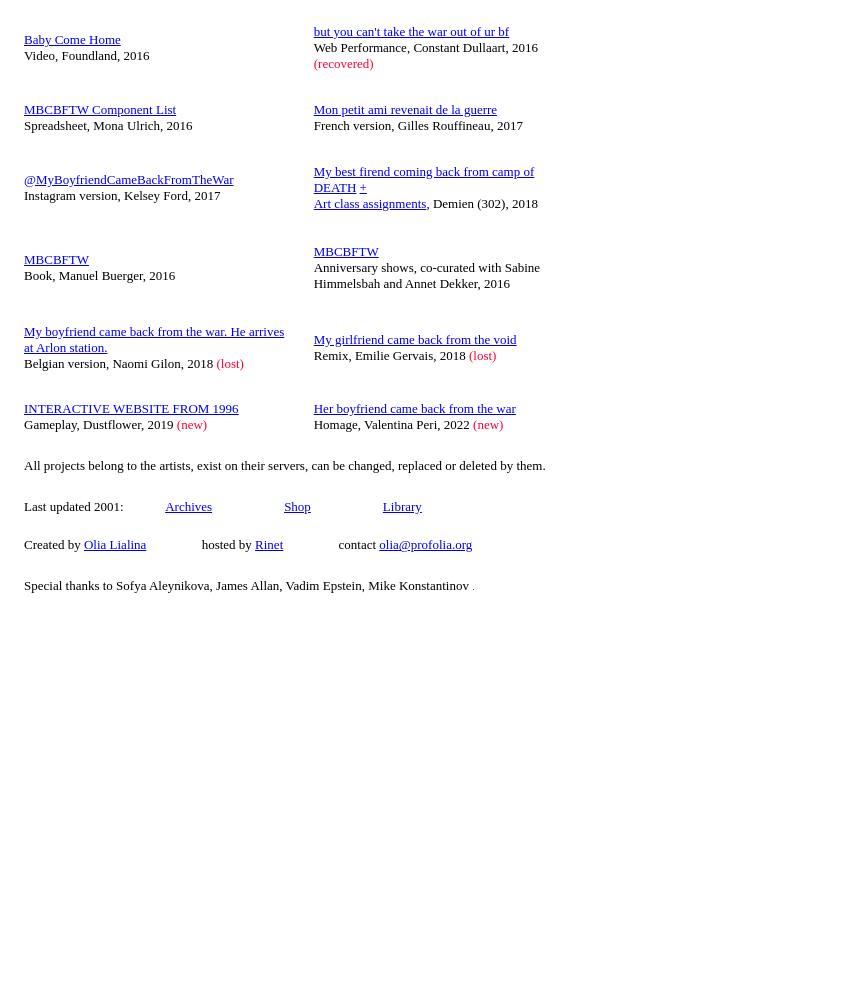 Image resolution: width=850 pixels, height=1000 pixels. What do you see at coordinates (330, 544) in the screenshot?
I see `'contact'` at bounding box center [330, 544].